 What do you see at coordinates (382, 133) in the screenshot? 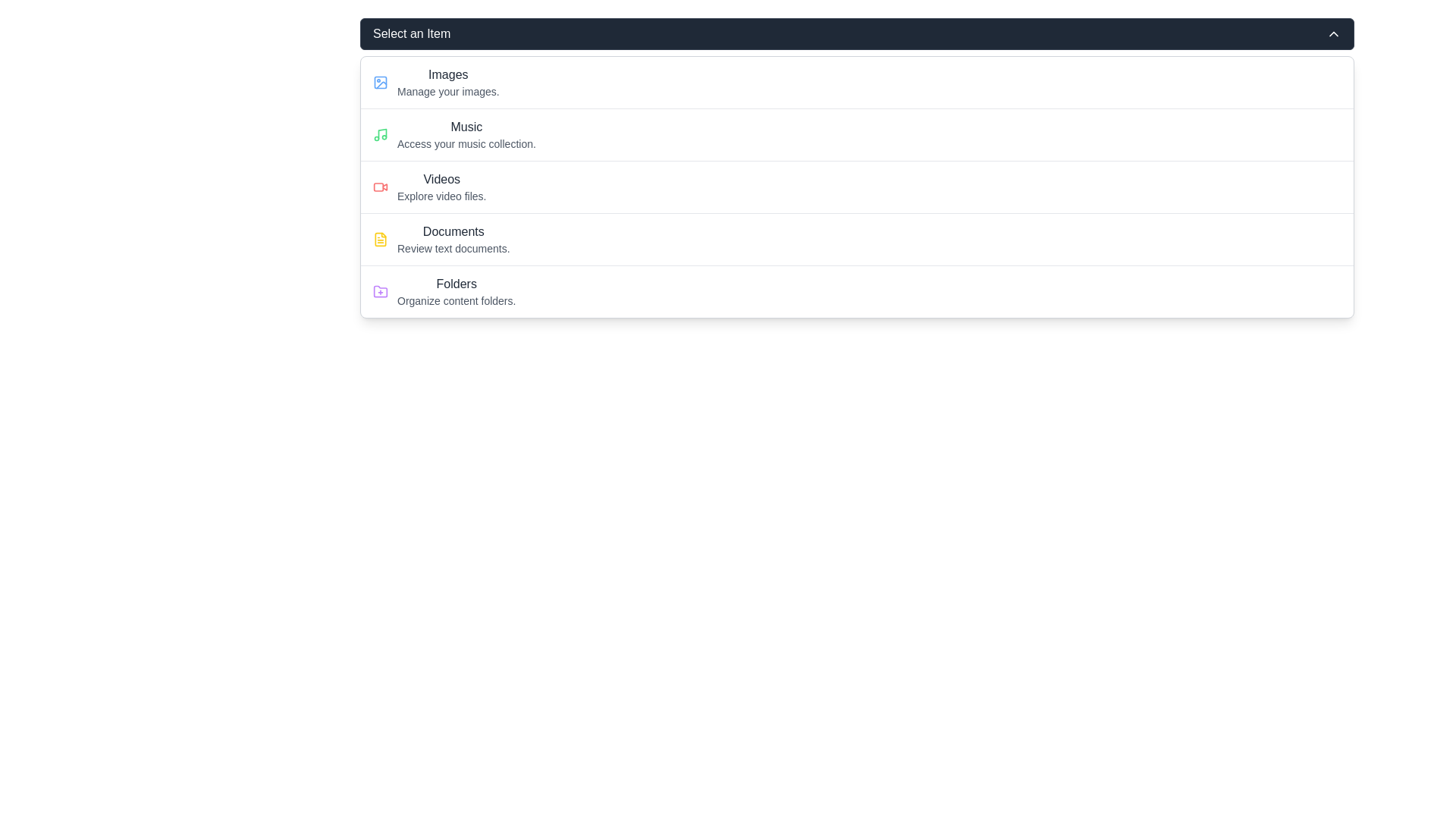
I see `the green vertical line icon of the musical note in the 'Music' list item` at bounding box center [382, 133].